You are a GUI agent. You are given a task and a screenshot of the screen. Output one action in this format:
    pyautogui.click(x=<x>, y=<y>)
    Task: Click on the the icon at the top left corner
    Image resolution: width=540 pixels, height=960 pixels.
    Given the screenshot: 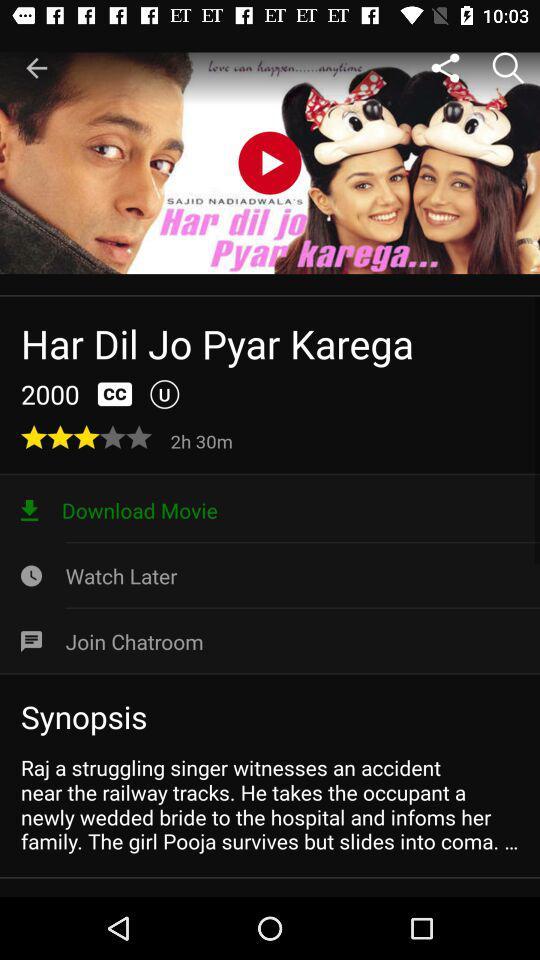 What is the action you would take?
    pyautogui.click(x=36, y=68)
    